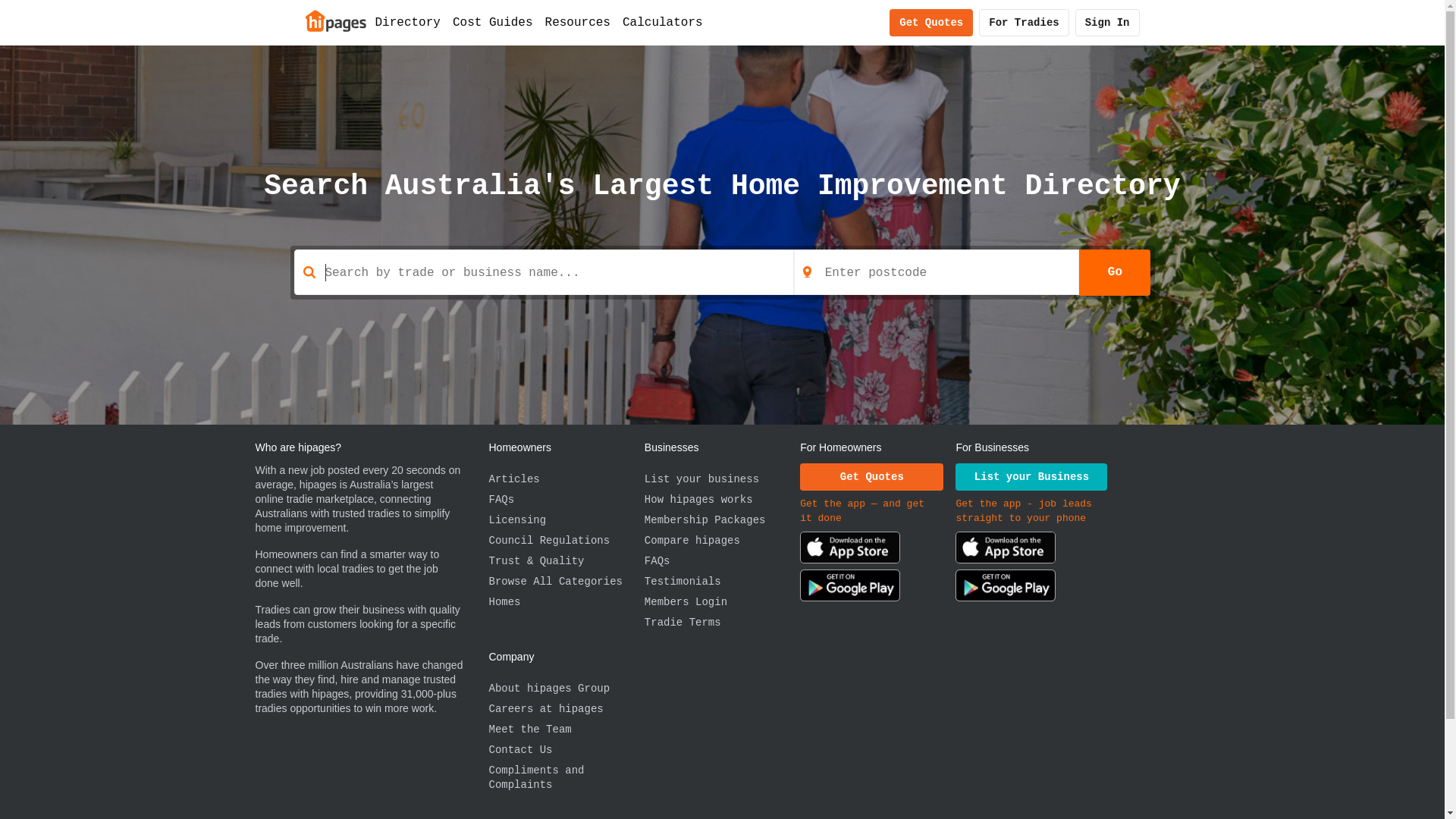  I want to click on 'Articles', so click(565, 479).